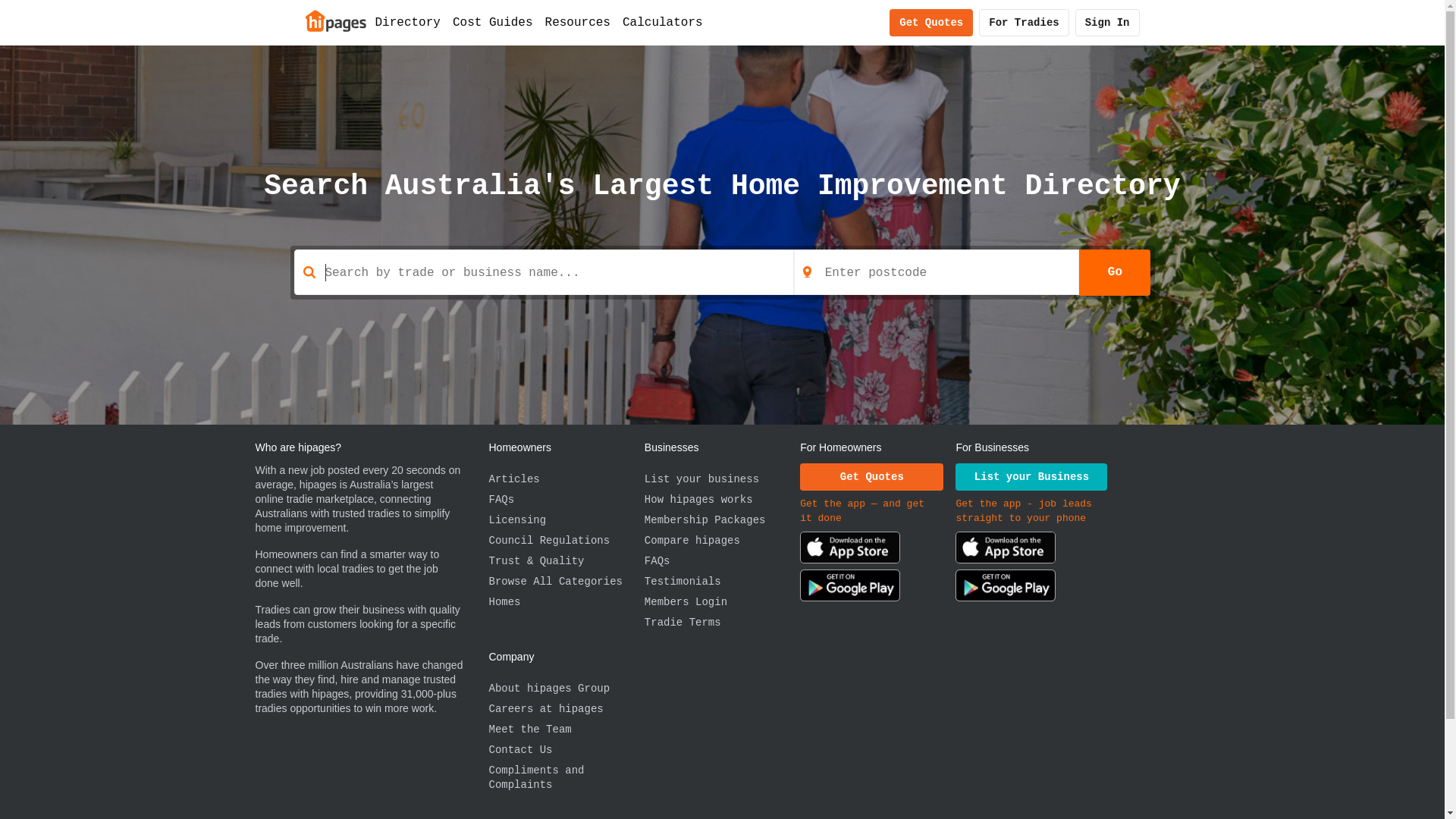  I want to click on 'Articles', so click(565, 479).